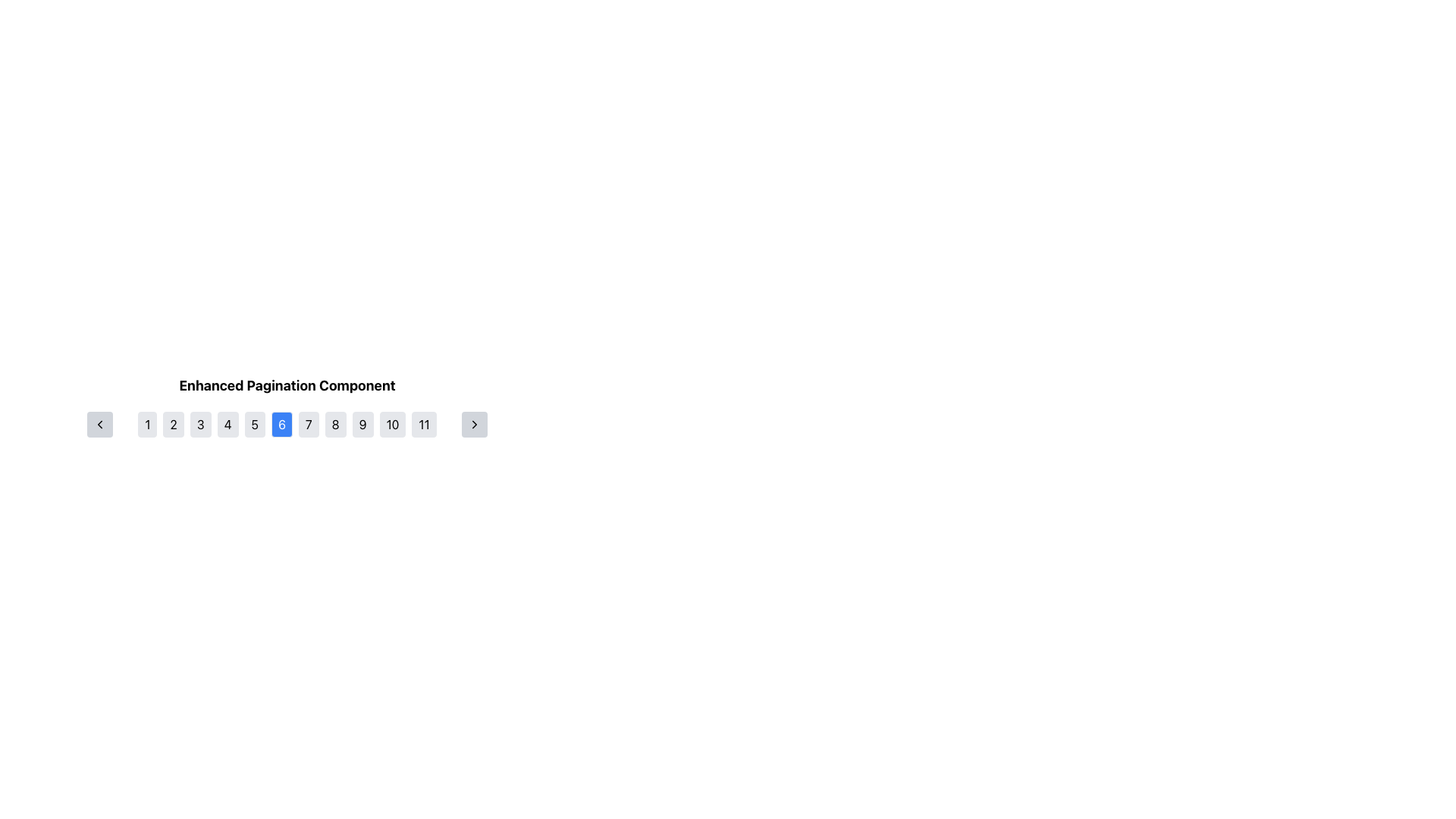 The width and height of the screenshot is (1456, 819). What do you see at coordinates (287, 385) in the screenshot?
I see `the text label displaying 'Enhanced Pagination Component', which is styled with bold and large font and located above the pagination buttons` at bounding box center [287, 385].